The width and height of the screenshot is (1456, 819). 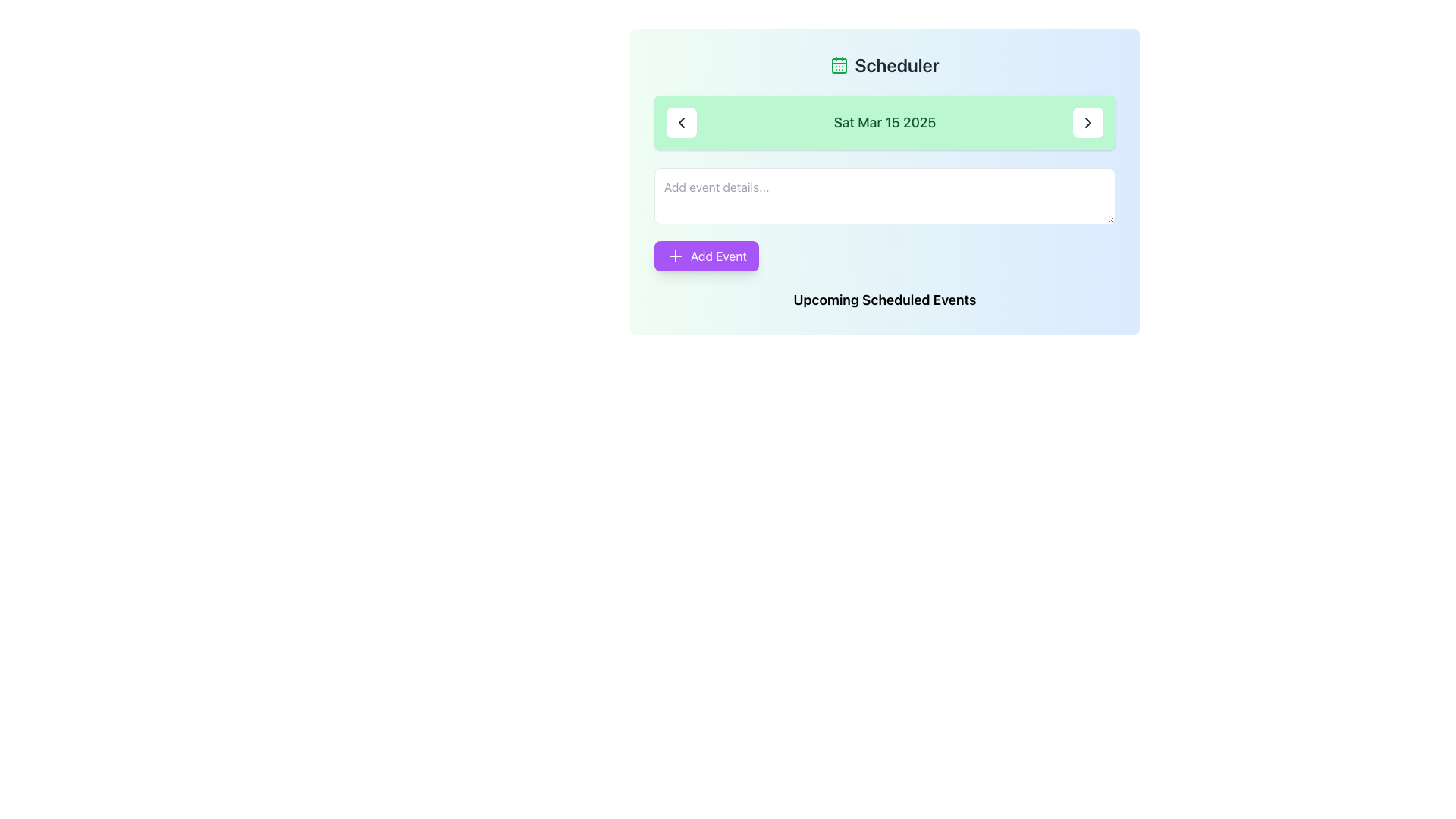 I want to click on the left-pointing chevron button located to the left of the highlighted date bar in the scheduler interface, so click(x=680, y=122).